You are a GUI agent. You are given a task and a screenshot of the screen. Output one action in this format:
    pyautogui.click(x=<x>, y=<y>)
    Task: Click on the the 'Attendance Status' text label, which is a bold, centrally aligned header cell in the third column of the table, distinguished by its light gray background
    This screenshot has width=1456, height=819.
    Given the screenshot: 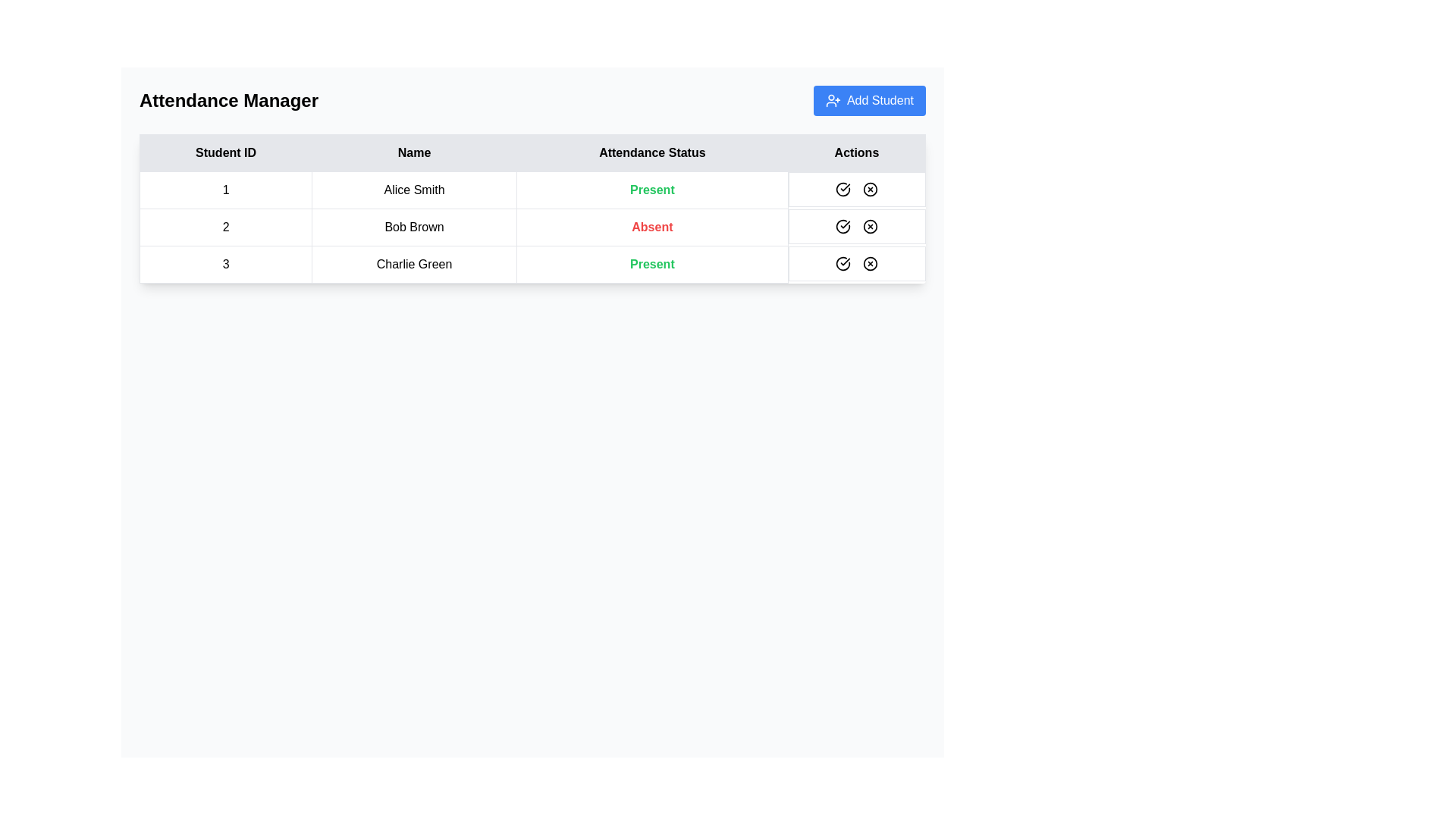 What is the action you would take?
    pyautogui.click(x=652, y=152)
    